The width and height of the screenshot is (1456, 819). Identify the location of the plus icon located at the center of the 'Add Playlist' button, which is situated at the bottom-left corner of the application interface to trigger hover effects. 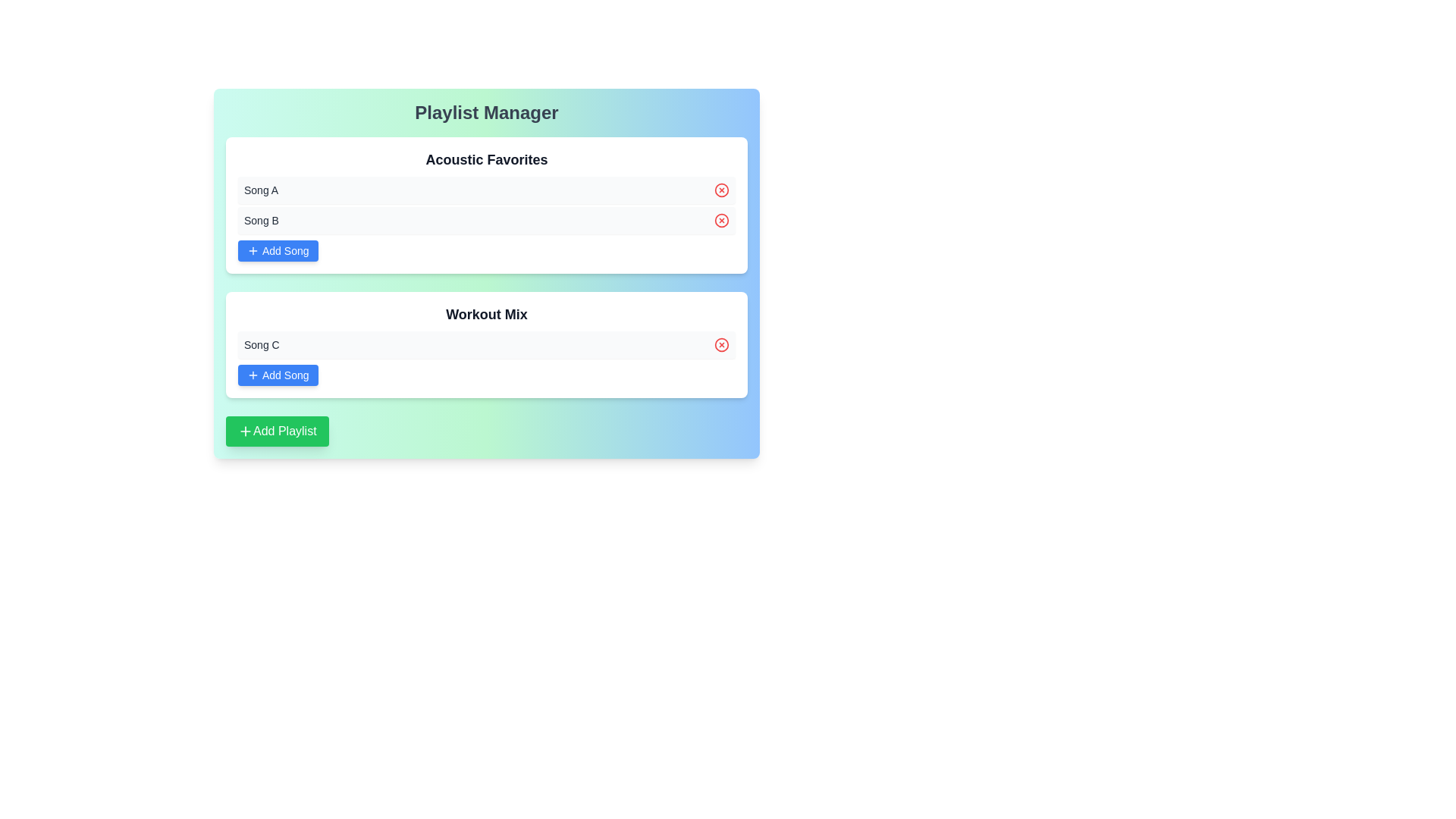
(246, 431).